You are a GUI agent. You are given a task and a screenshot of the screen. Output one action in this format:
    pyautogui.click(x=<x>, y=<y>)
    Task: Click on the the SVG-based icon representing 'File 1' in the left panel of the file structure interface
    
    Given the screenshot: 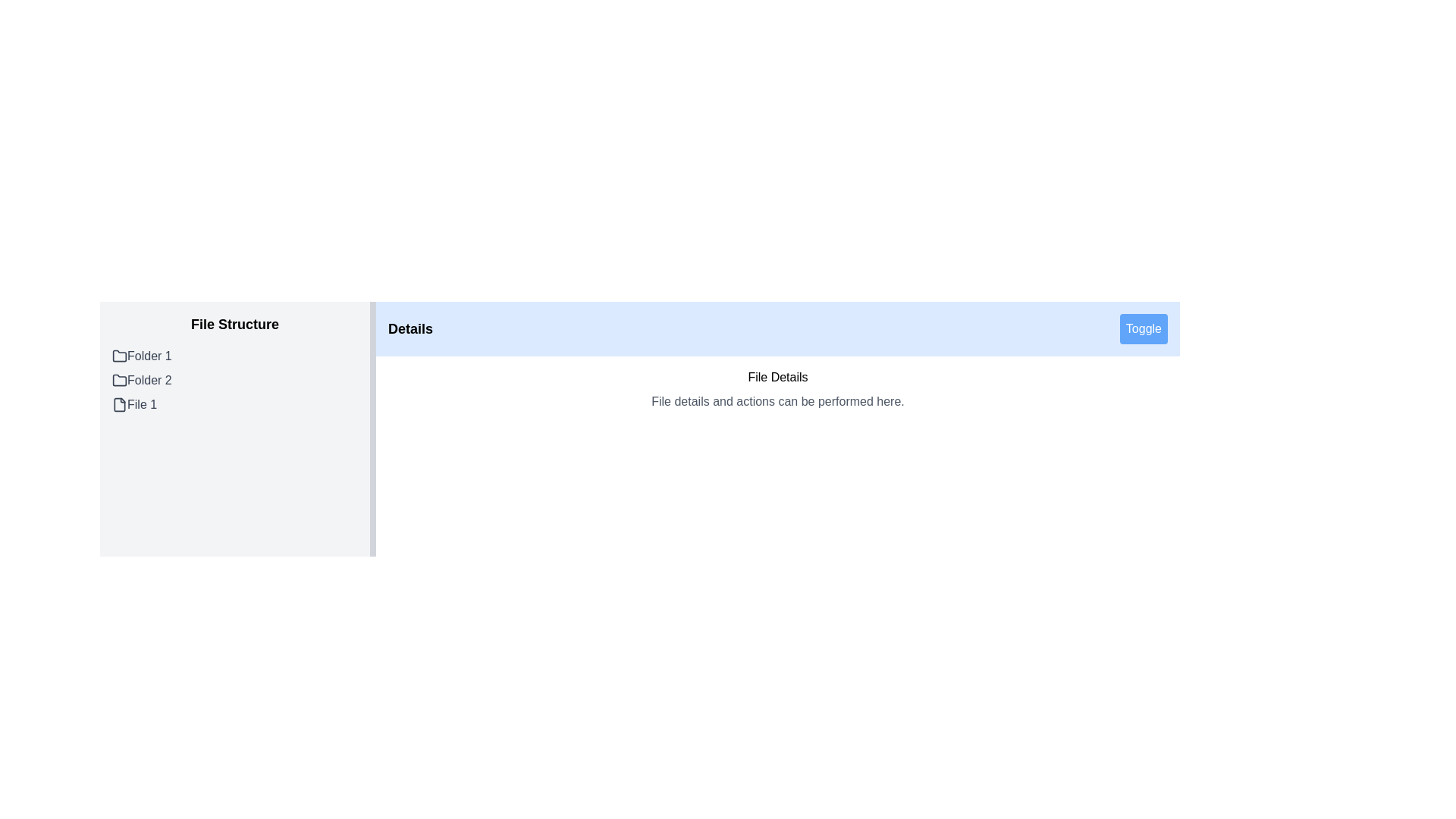 What is the action you would take?
    pyautogui.click(x=119, y=403)
    